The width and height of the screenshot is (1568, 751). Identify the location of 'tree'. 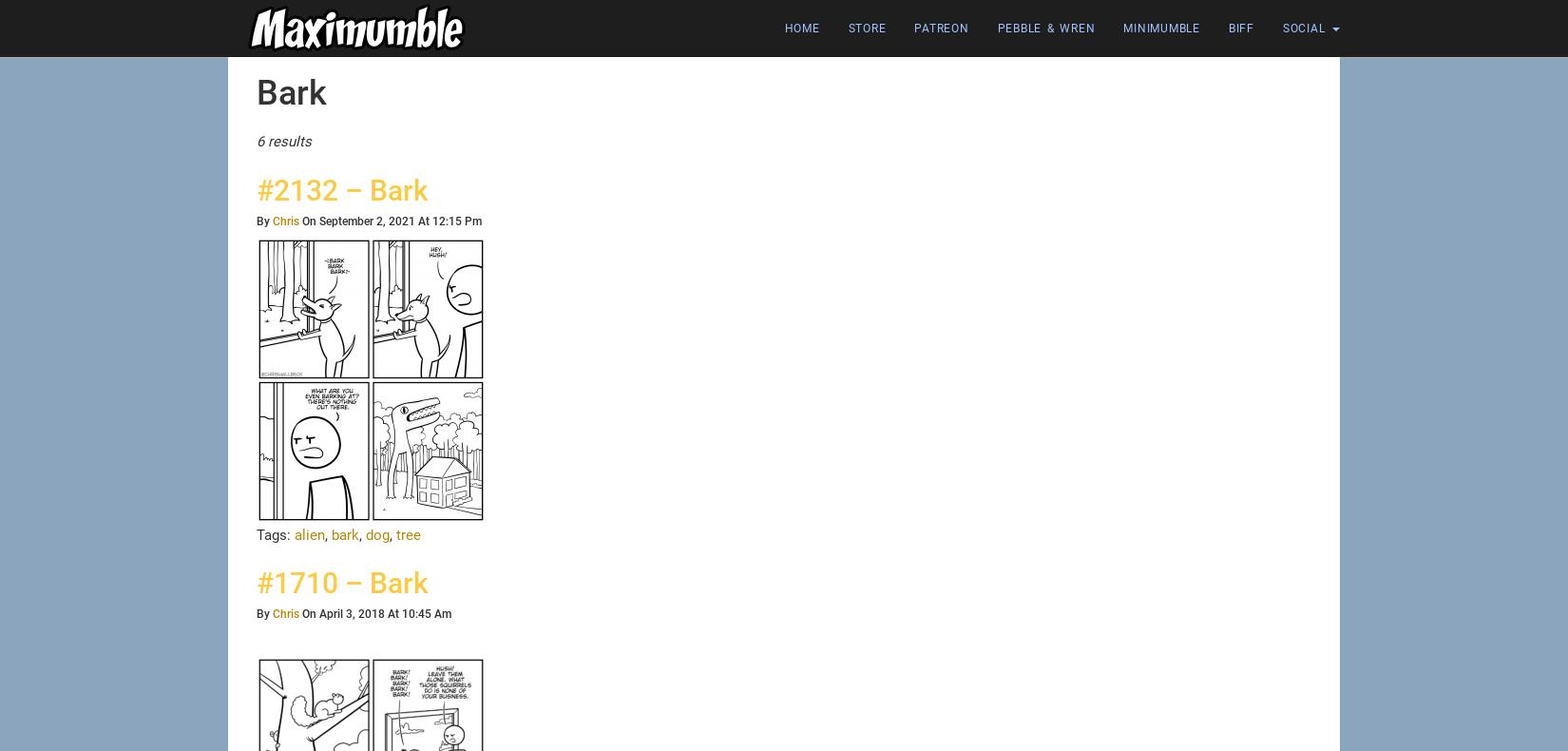
(407, 533).